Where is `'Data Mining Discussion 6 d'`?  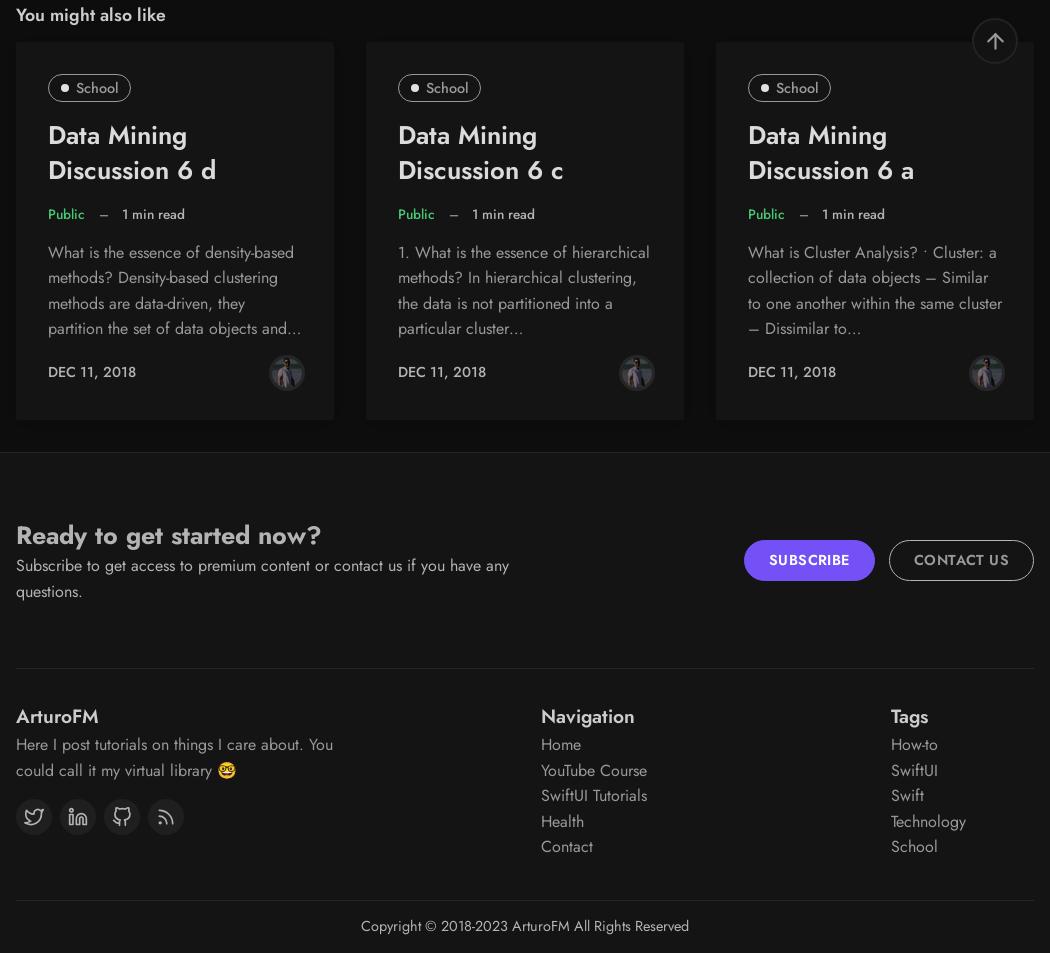 'Data Mining Discussion 6 d' is located at coordinates (46, 151).